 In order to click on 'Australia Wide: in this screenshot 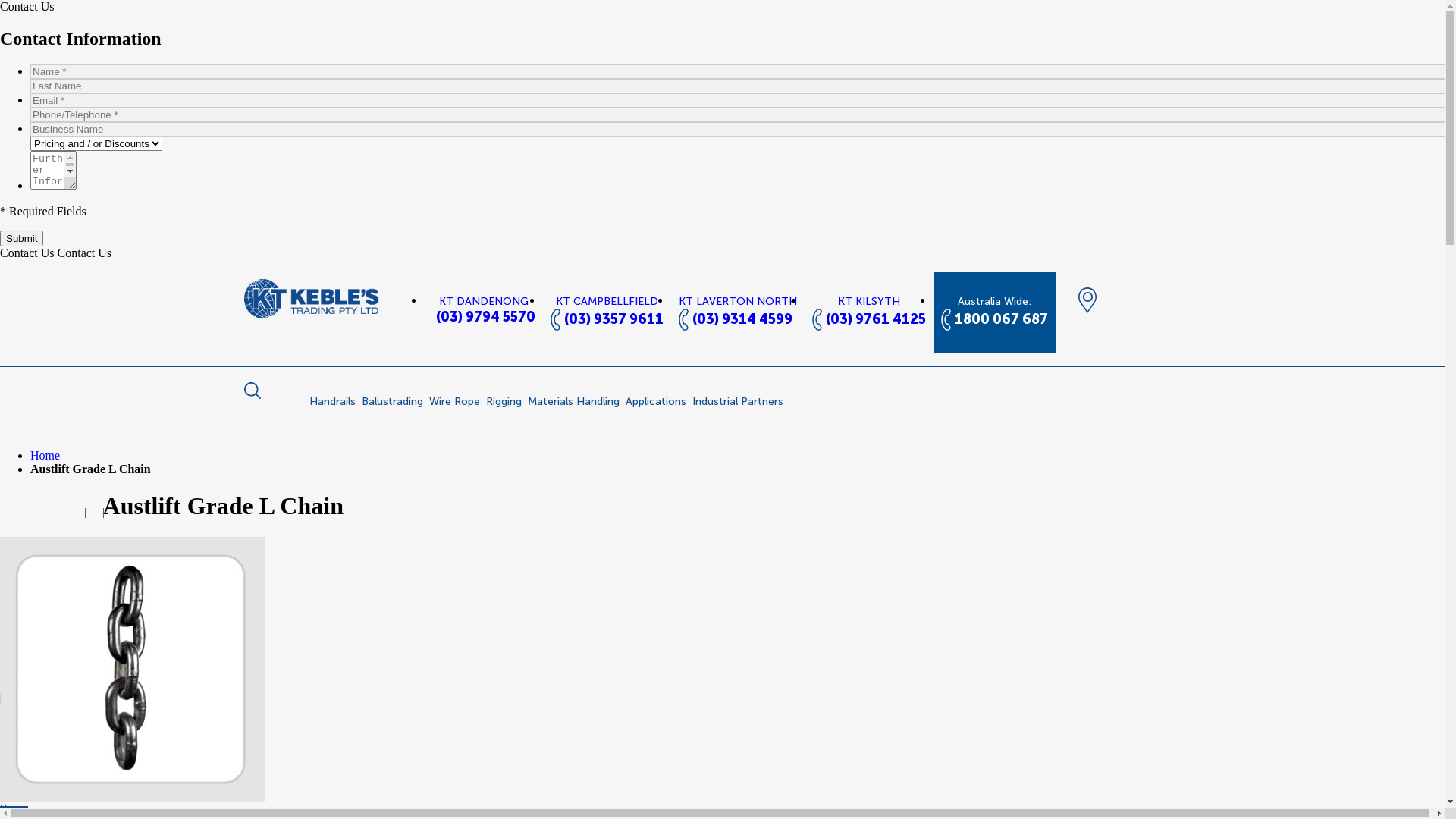, I will do `click(993, 312)`.